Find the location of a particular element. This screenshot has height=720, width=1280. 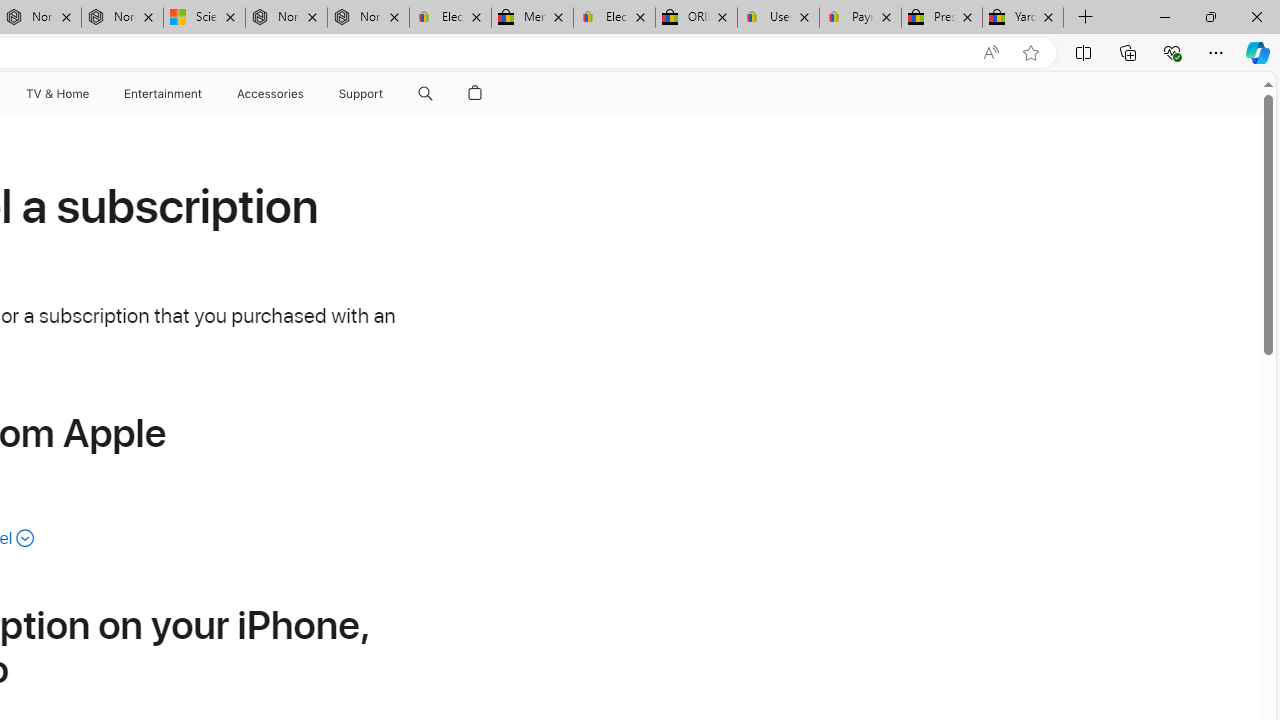

'Entertainment' is located at coordinates (163, 93).